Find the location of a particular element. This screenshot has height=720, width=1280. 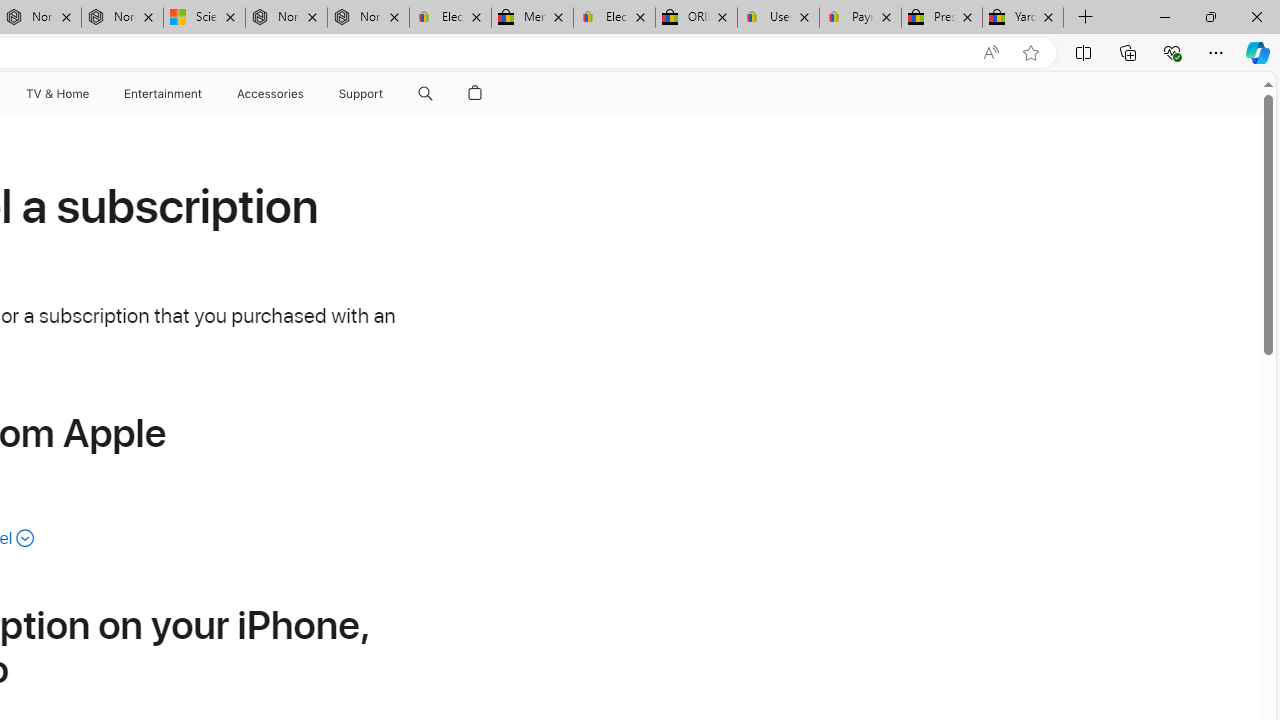

'Entertainment' is located at coordinates (163, 93).